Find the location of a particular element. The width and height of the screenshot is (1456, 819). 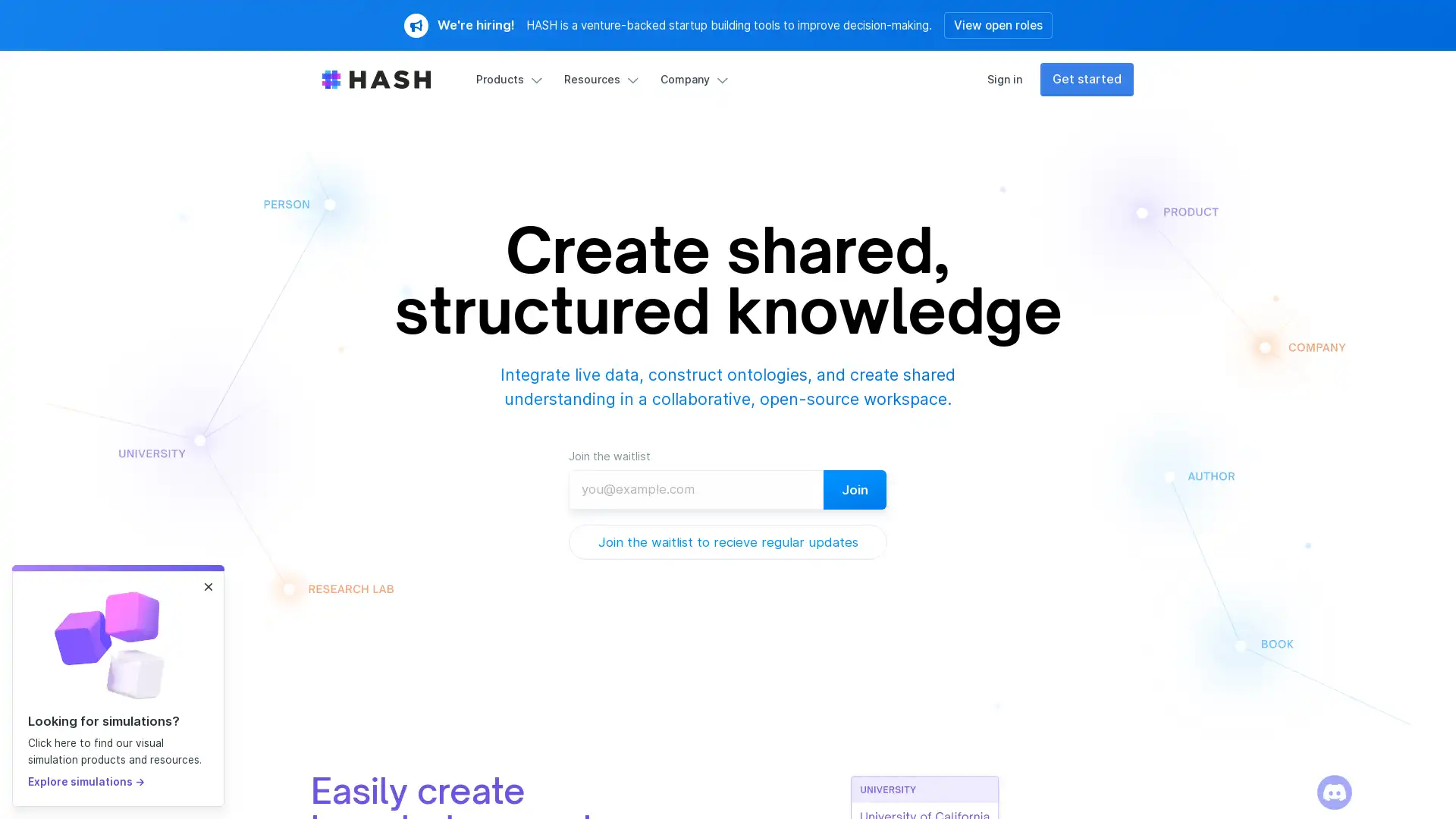

Products is located at coordinates (507, 79).